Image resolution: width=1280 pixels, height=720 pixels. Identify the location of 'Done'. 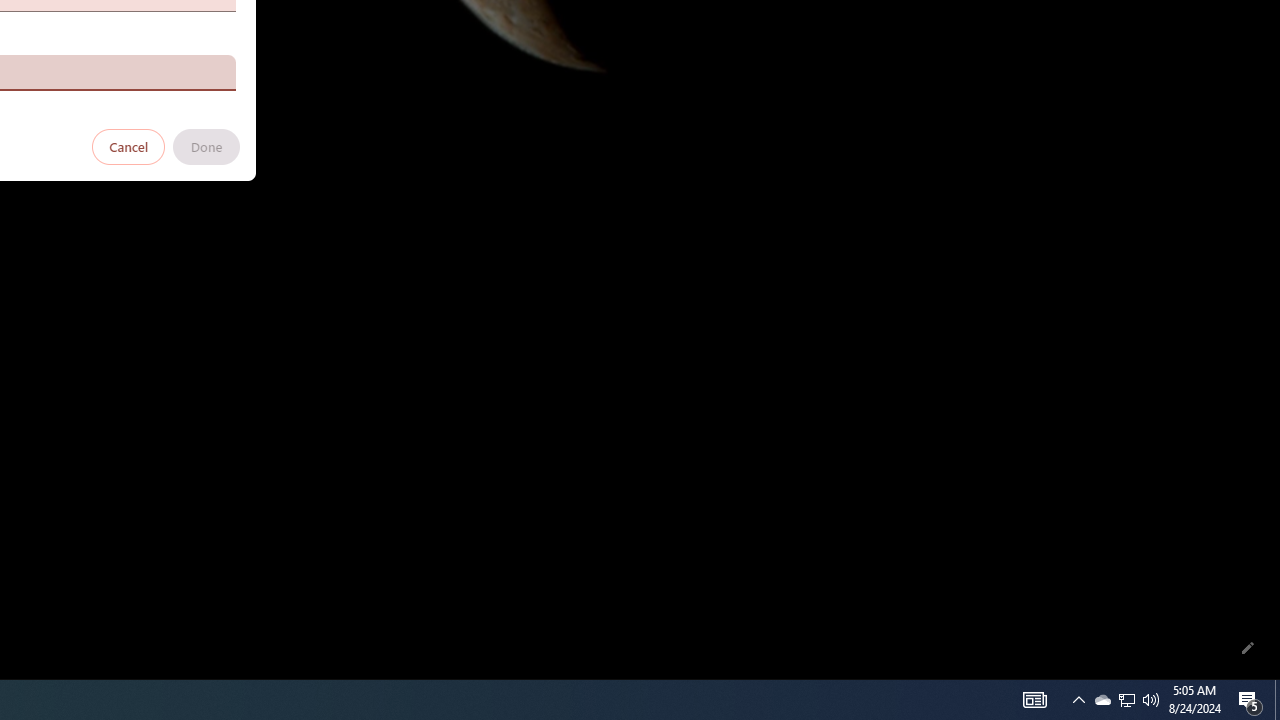
(206, 145).